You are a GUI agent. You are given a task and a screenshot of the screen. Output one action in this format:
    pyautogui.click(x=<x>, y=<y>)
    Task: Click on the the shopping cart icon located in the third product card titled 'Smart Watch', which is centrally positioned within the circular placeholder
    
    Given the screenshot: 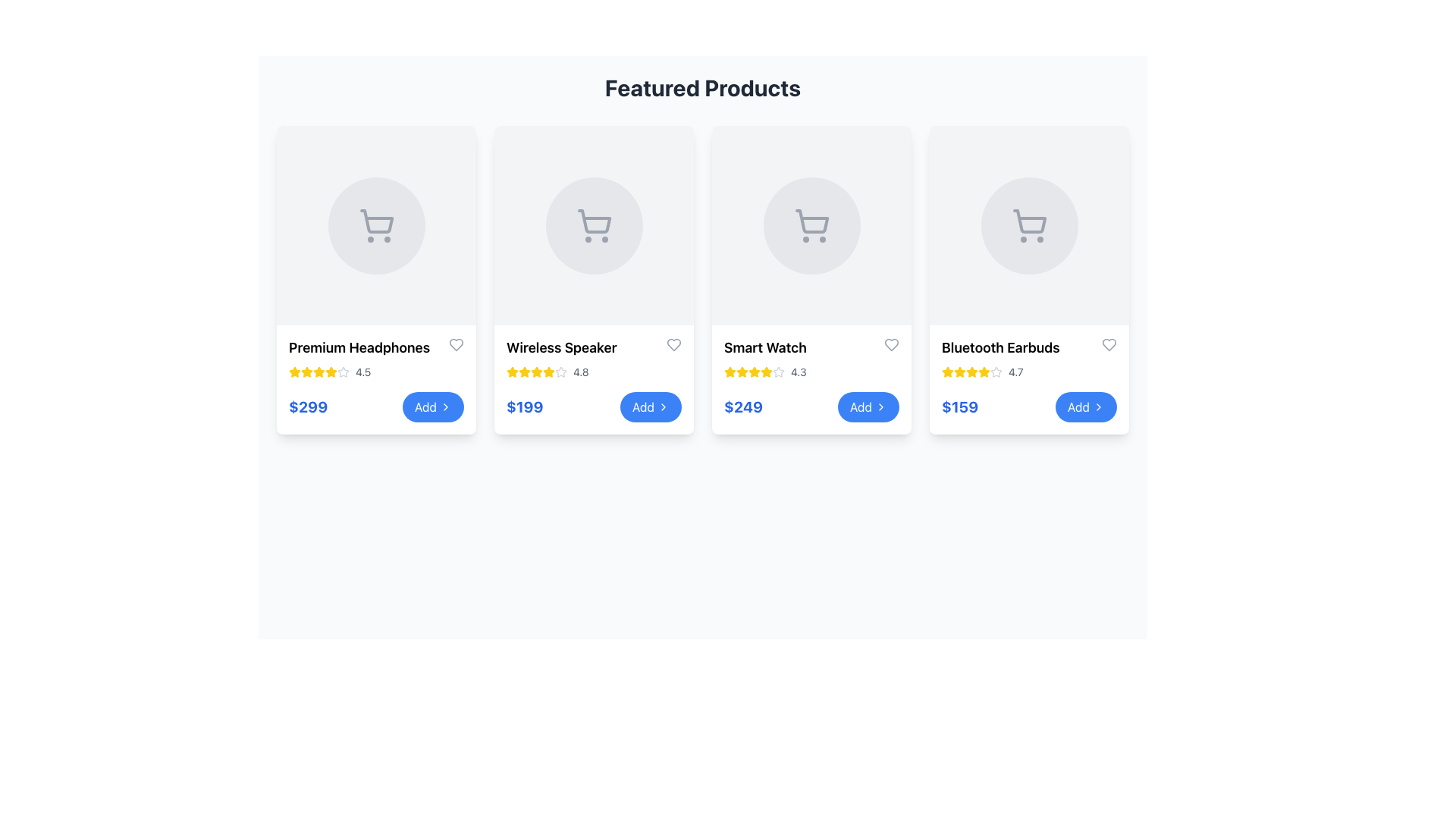 What is the action you would take?
    pyautogui.click(x=811, y=221)
    